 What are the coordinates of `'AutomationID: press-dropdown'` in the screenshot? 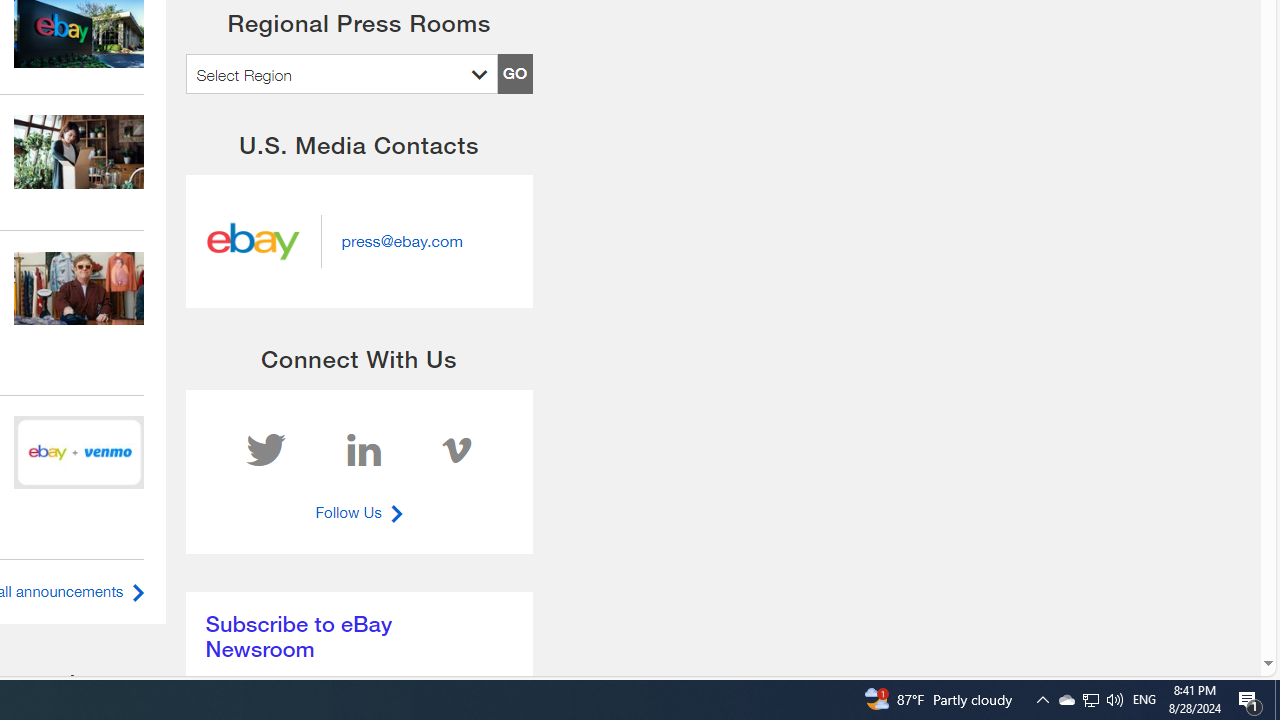 It's located at (341, 72).